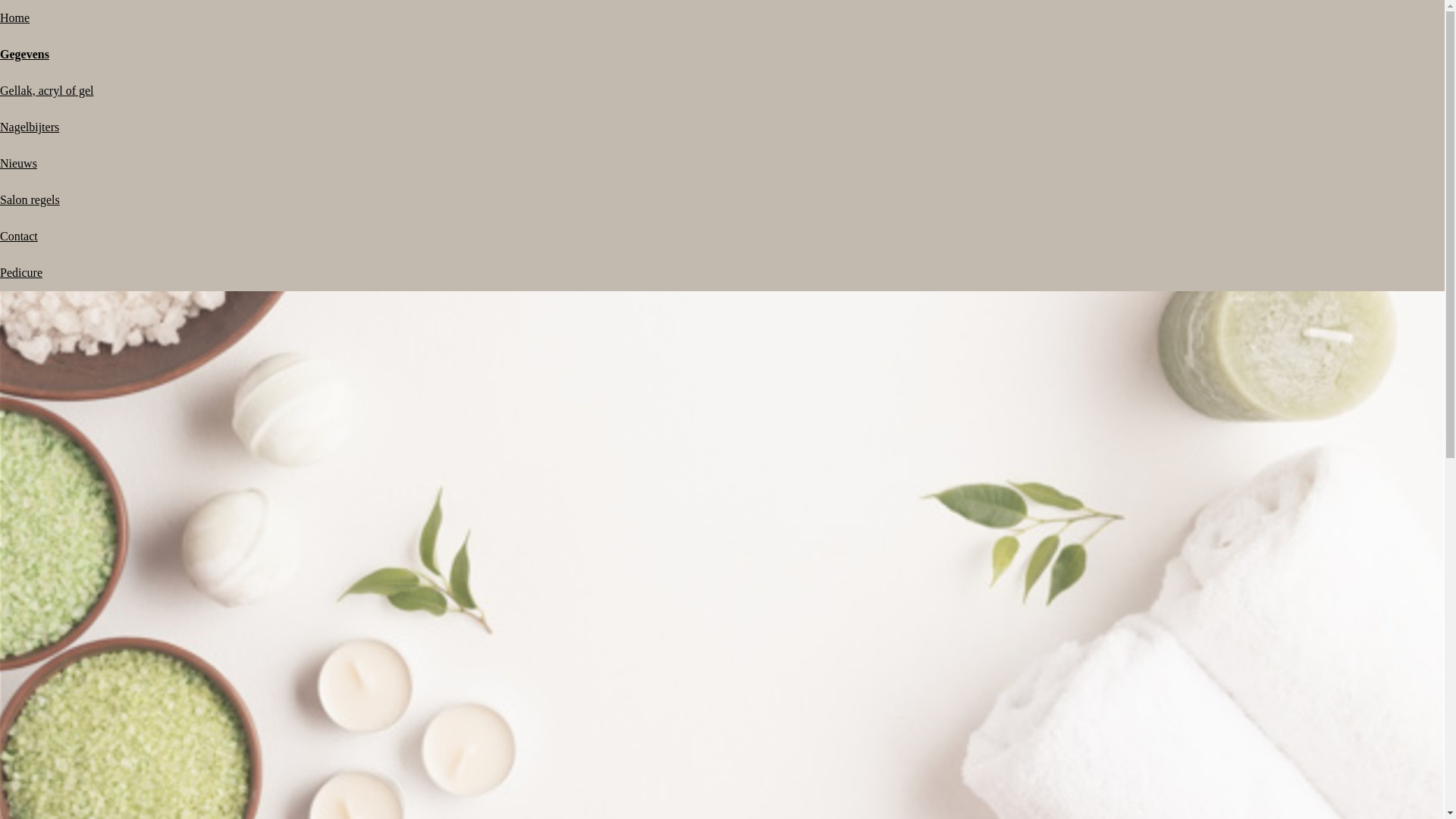 This screenshot has height=819, width=1456. Describe the element at coordinates (29, 126) in the screenshot. I see `'Nagelbijters'` at that location.